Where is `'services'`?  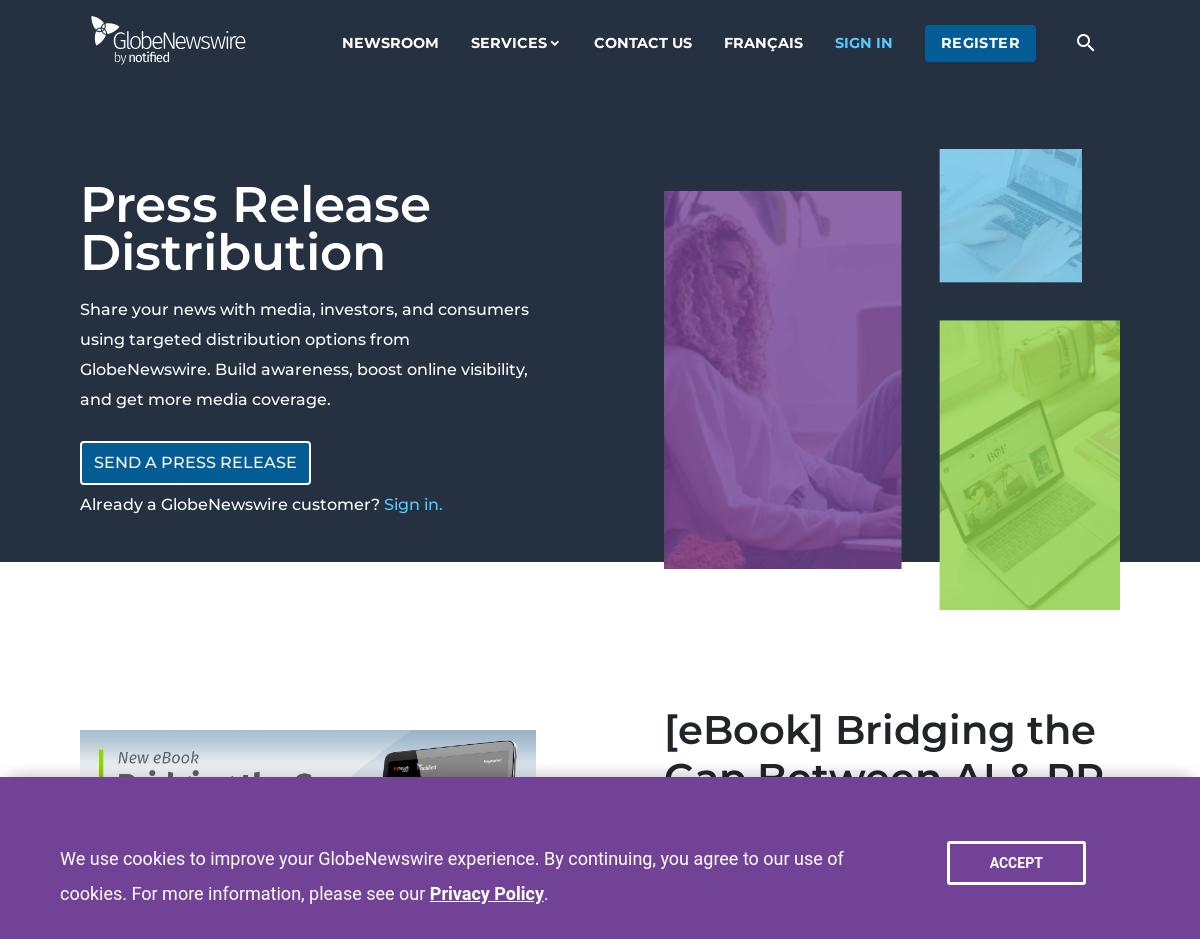 'services' is located at coordinates (506, 40).